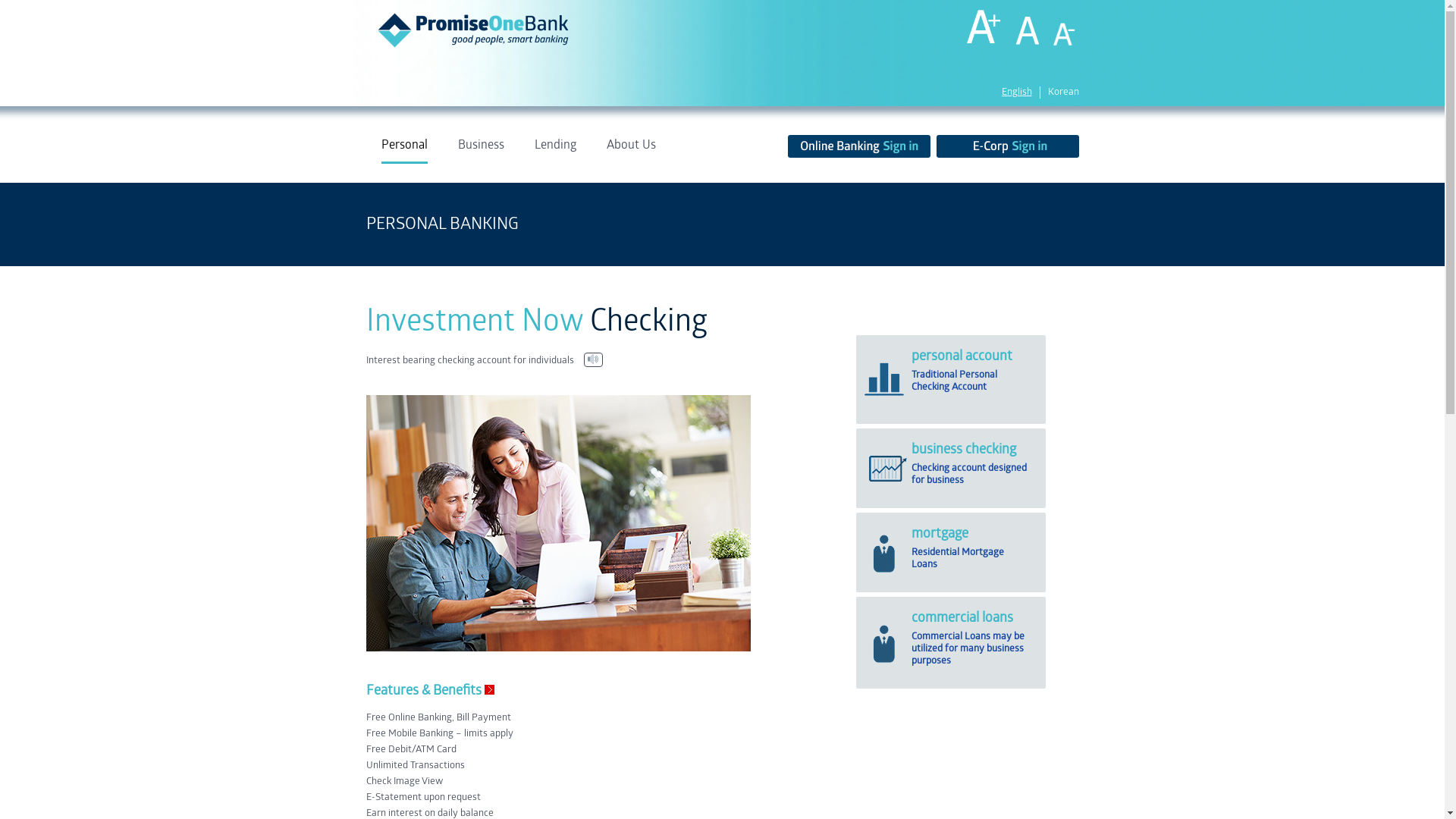 The height and width of the screenshot is (819, 1456). Describe the element at coordinates (1001, 93) in the screenshot. I see `'English'` at that location.